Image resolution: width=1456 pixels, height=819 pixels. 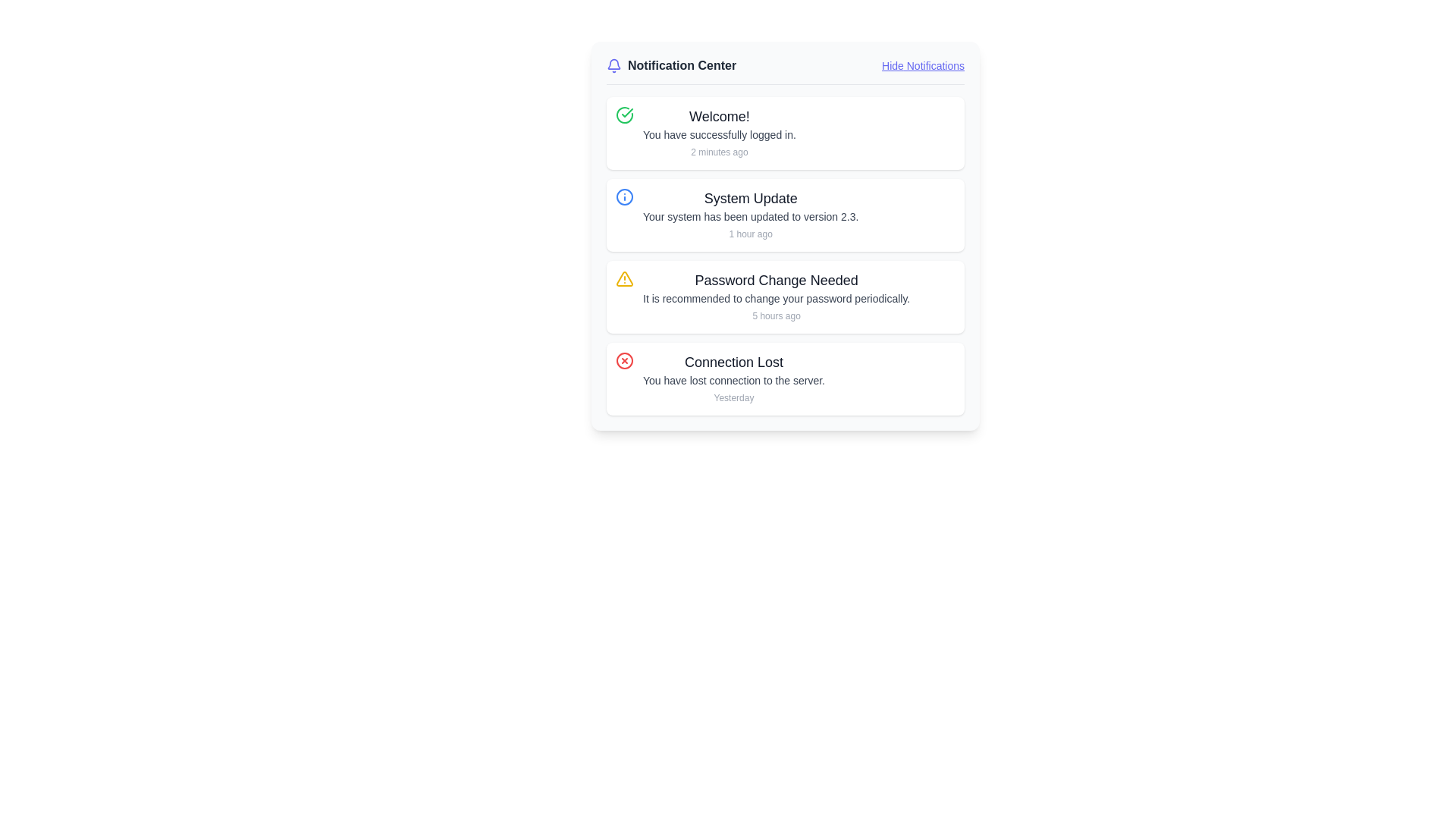 What do you see at coordinates (625, 196) in the screenshot?
I see `appearance of the icon representing the system update notification, located on the left side of the notification panel within the second notification titled 'System Update.'` at bounding box center [625, 196].